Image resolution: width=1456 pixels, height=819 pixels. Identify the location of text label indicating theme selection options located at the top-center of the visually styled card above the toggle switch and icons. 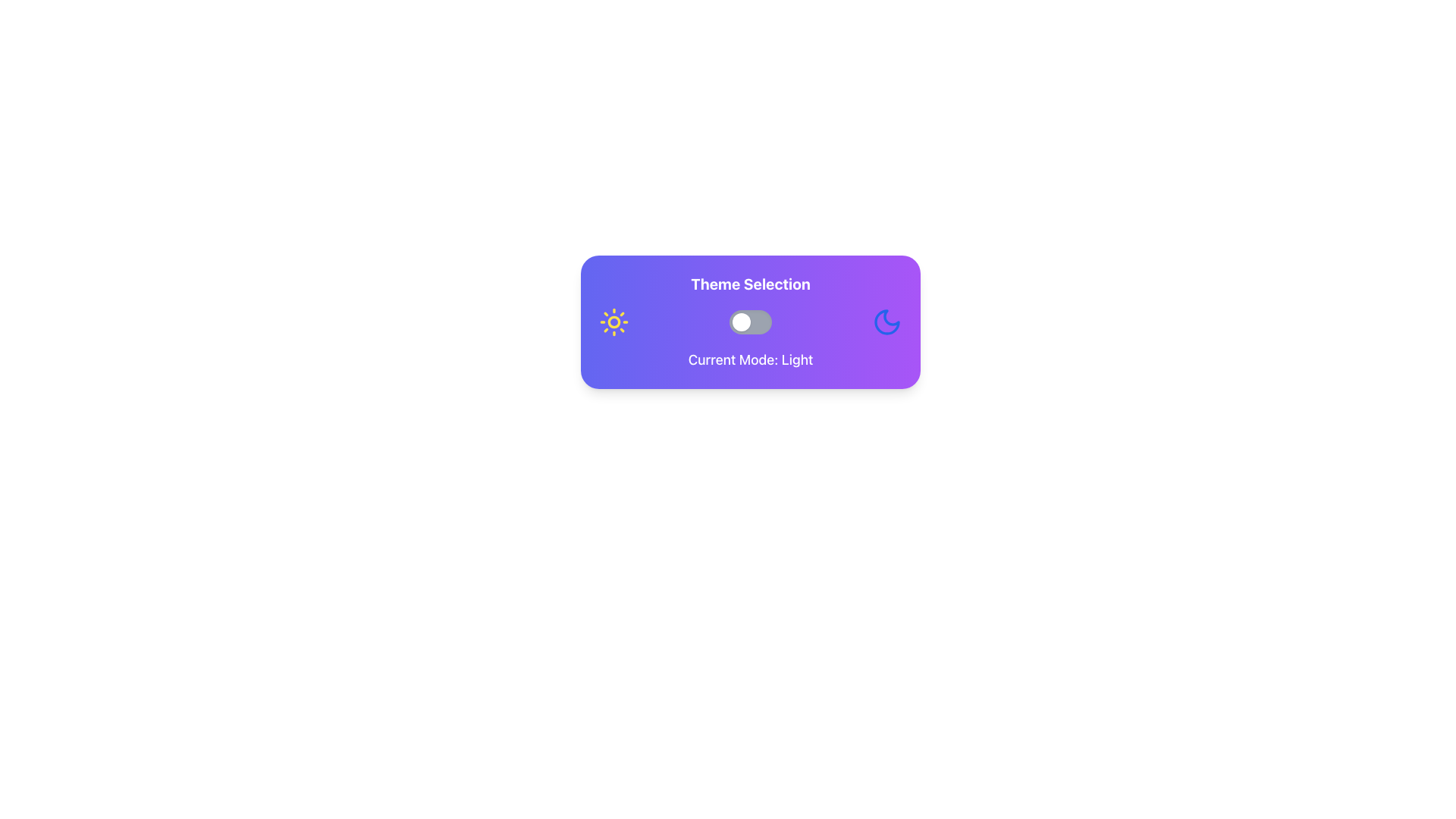
(750, 284).